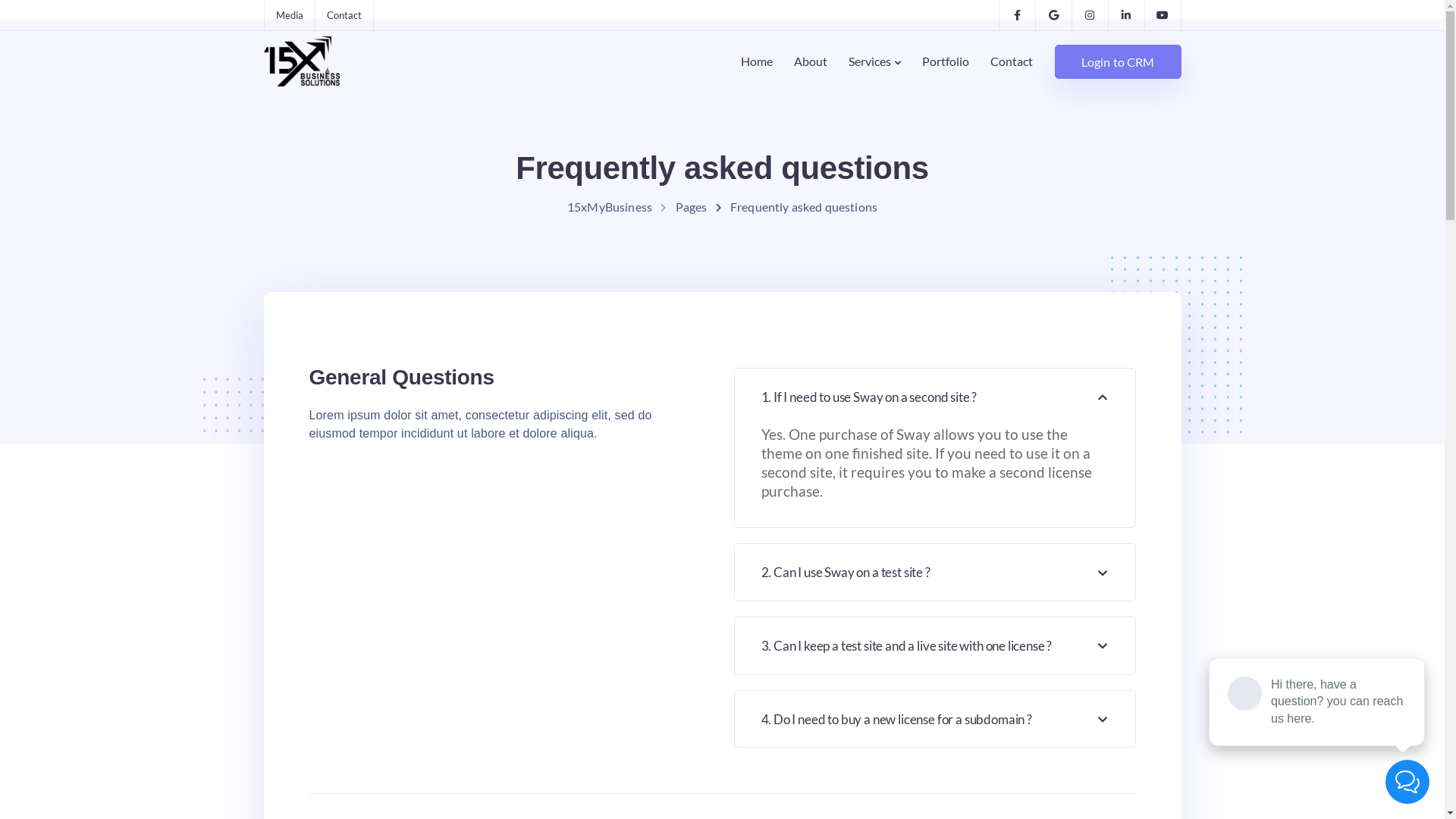  What do you see at coordinates (665, 596) in the screenshot?
I see `'Portfolio'` at bounding box center [665, 596].